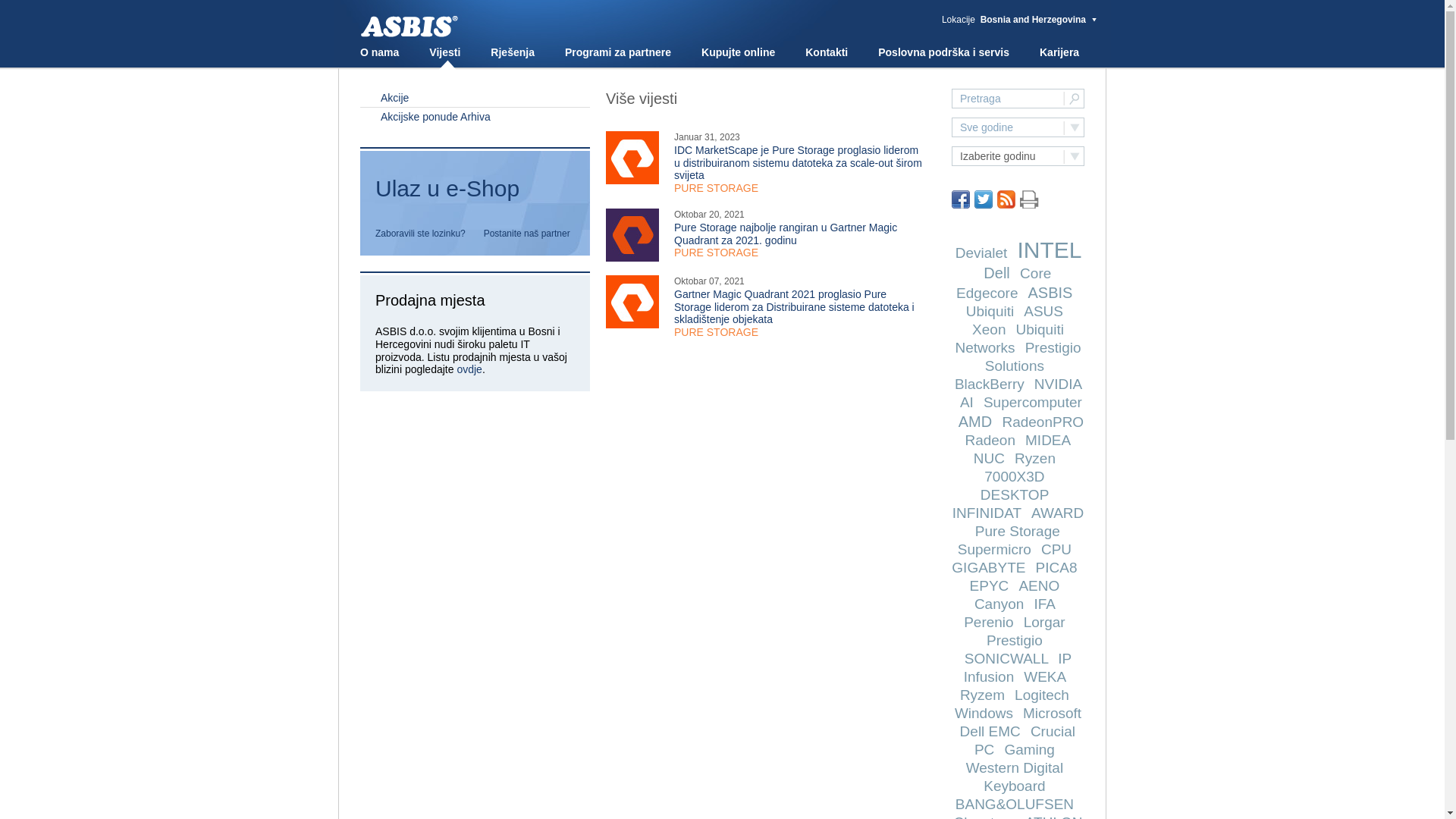 The image size is (1456, 819). I want to click on 'Supermicro', so click(994, 549).